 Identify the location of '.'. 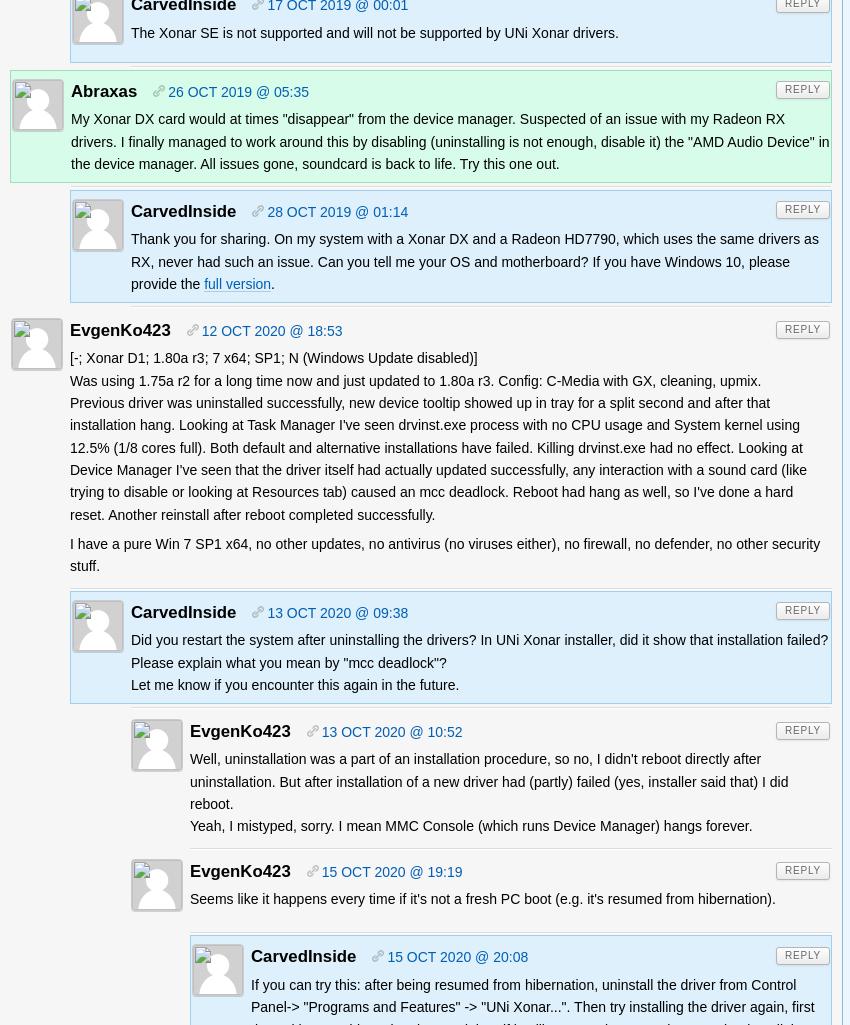
(269, 283).